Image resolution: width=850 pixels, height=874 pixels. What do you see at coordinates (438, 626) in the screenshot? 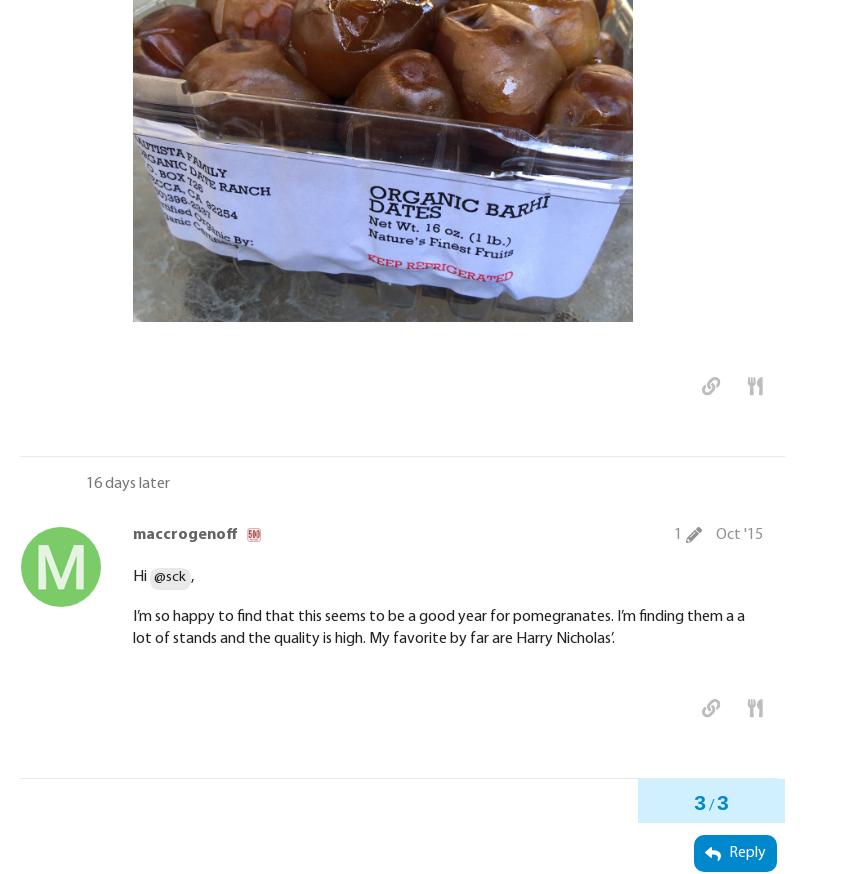
I see `'I’m so happy to find that this seems to be a good year for pomegranates. I’m finding them a a lot of stands and the quality is high. My favorite by far are Harry Nicholas’.'` at bounding box center [438, 626].